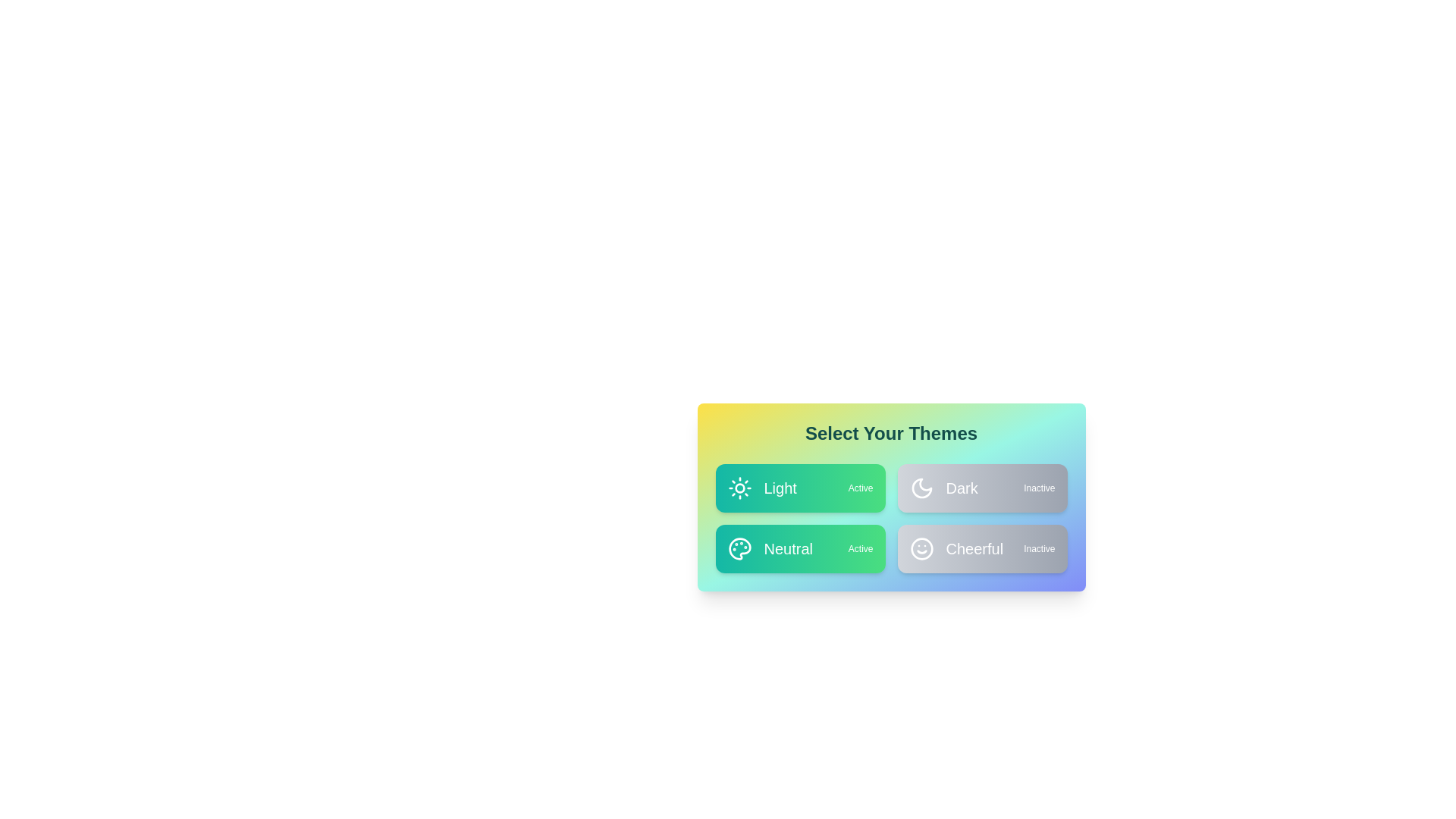  I want to click on the theme card for Dark to observe its hover effect, so click(982, 488).